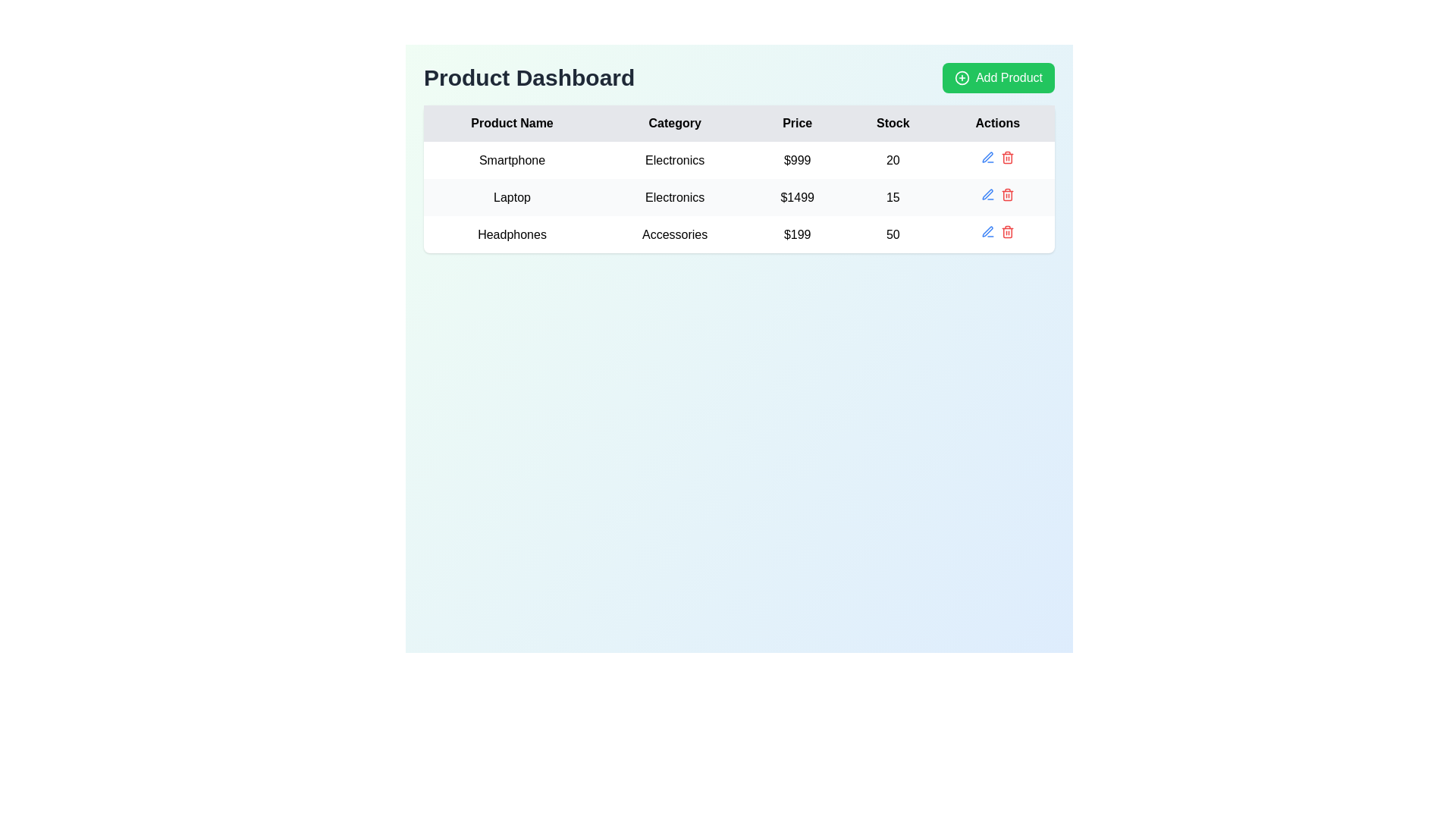  What do you see at coordinates (987, 158) in the screenshot?
I see `the Interactive Icon (Edit Button) in the Actions column of the first row for the 'Smartphone' product to initiate the edit action` at bounding box center [987, 158].